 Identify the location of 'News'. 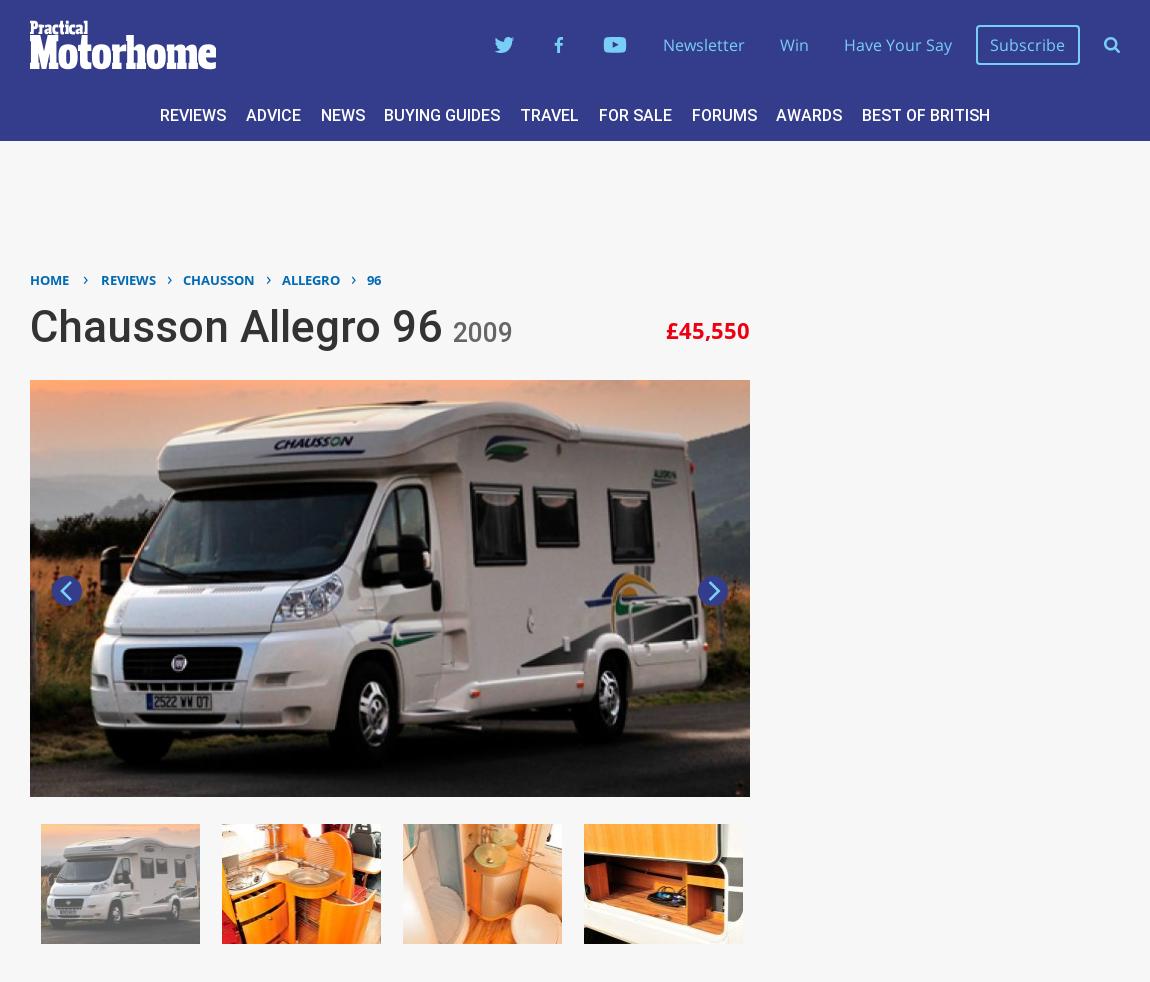
(342, 113).